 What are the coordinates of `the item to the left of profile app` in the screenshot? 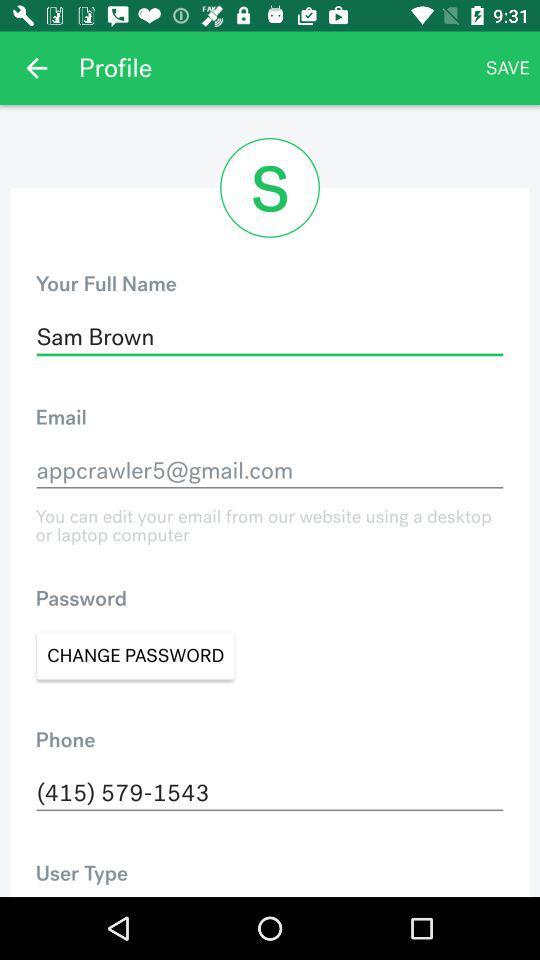 It's located at (36, 68).